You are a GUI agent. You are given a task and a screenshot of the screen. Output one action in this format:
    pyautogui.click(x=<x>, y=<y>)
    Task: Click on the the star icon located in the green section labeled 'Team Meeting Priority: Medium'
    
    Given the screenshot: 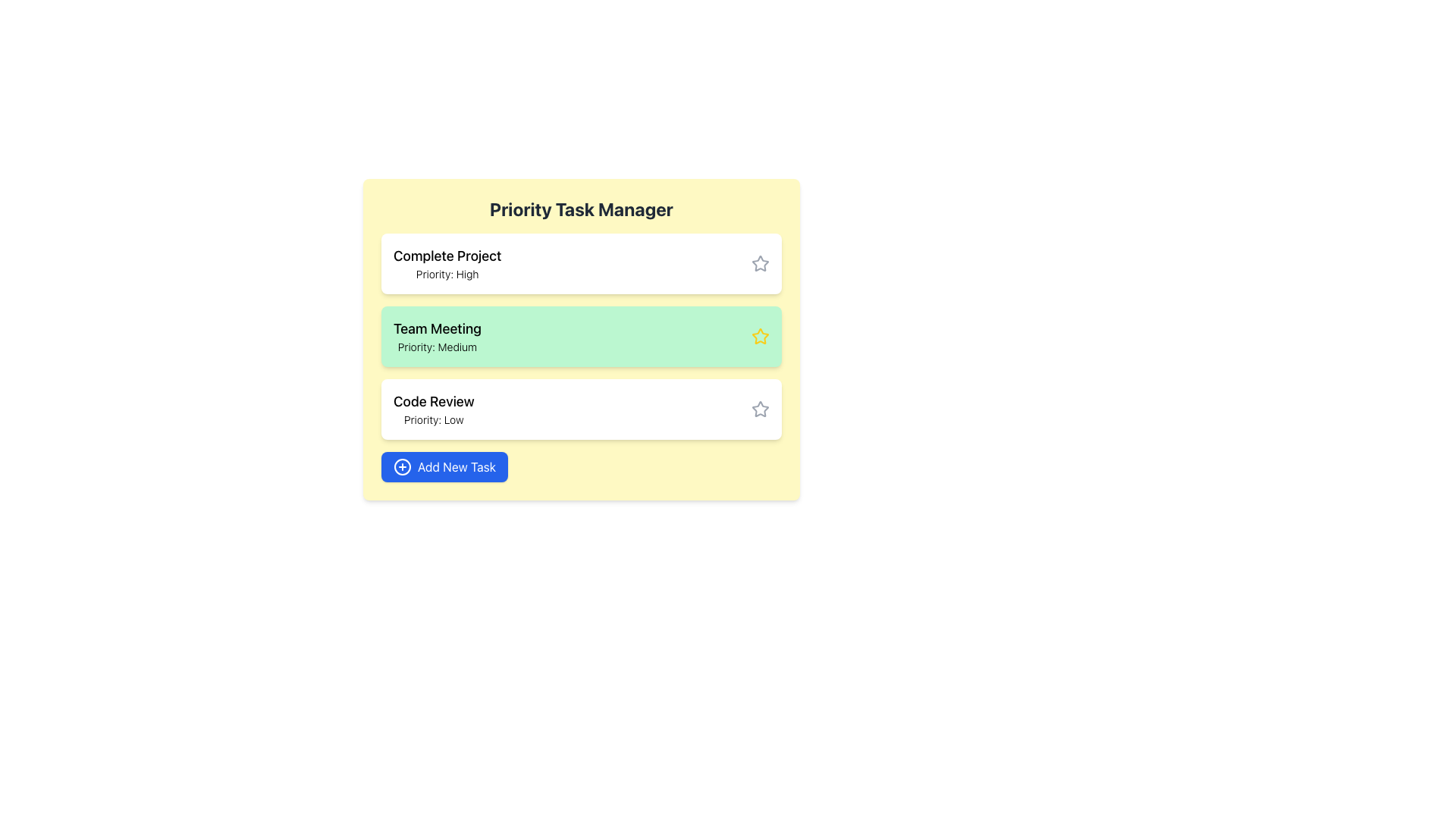 What is the action you would take?
    pyautogui.click(x=760, y=335)
    